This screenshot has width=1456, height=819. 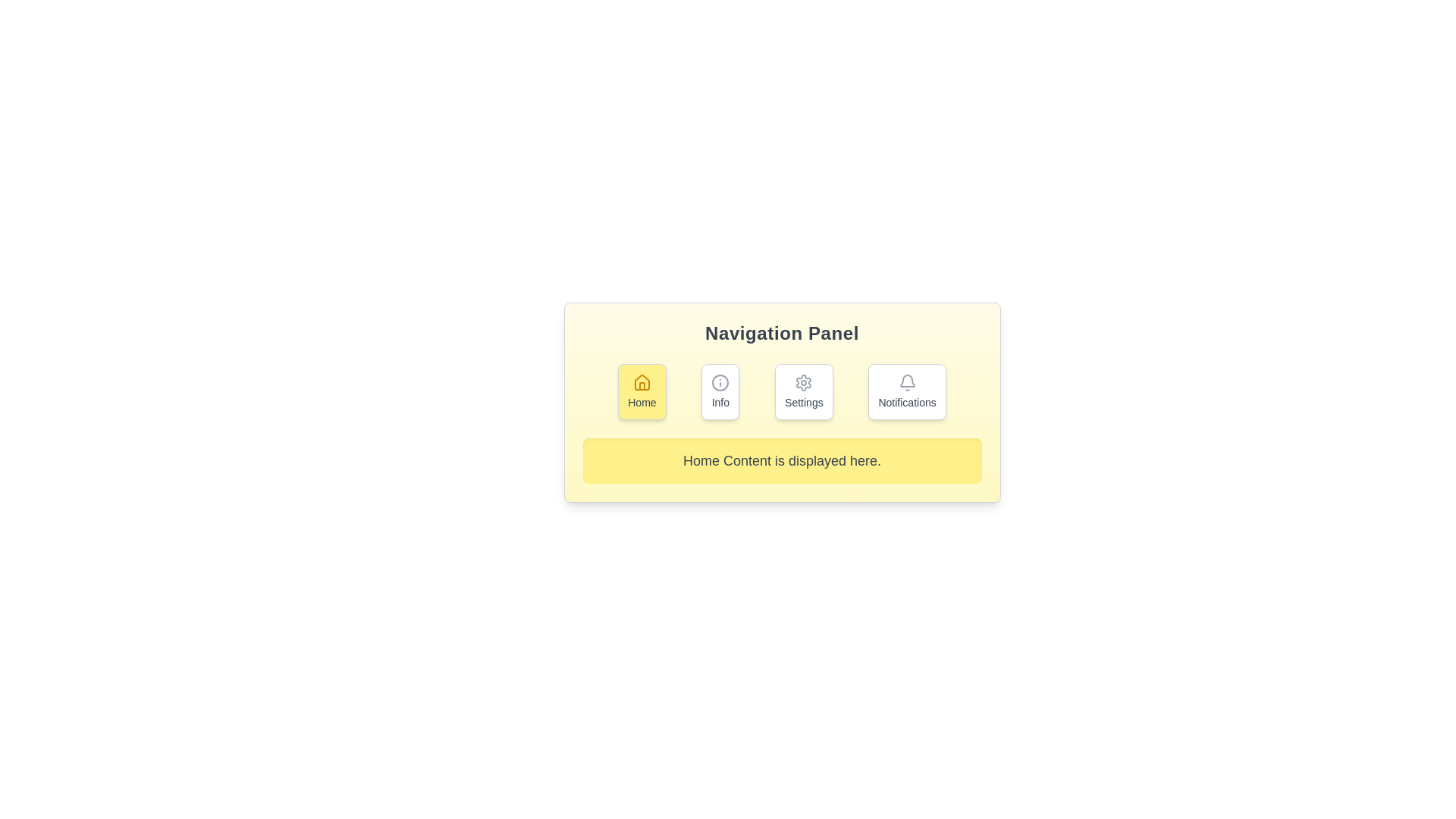 What do you see at coordinates (782, 332) in the screenshot?
I see `the 'Navigation Panel' text label, which serves as the title for the section above the interactive buttons` at bounding box center [782, 332].